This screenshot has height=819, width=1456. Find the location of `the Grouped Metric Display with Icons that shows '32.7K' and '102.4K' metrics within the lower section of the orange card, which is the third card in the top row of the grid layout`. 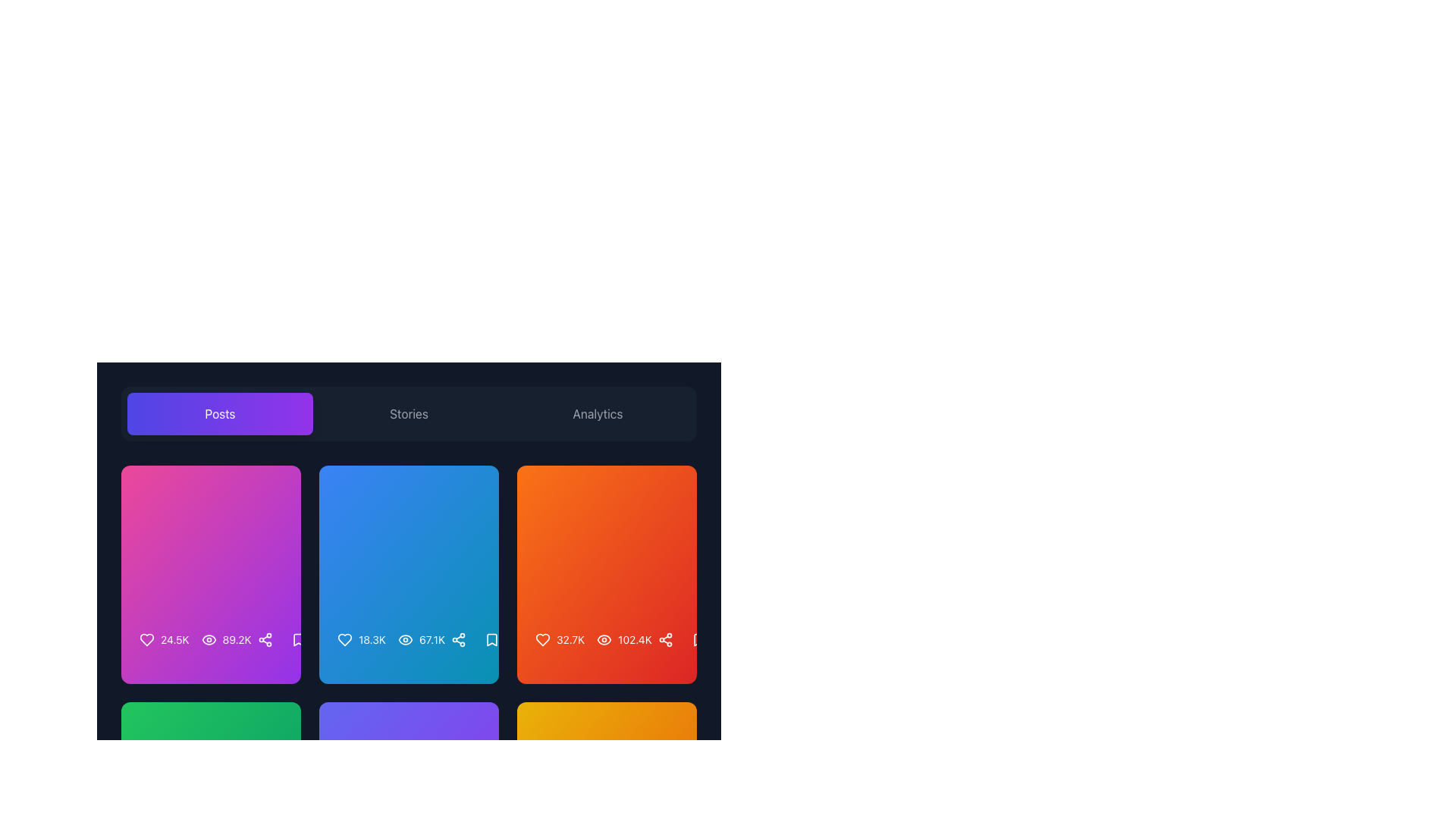

the Grouped Metric Display with Icons that shows '32.7K' and '102.4K' metrics within the lower section of the orange card, which is the third card in the top row of the grid layout is located at coordinates (592, 640).